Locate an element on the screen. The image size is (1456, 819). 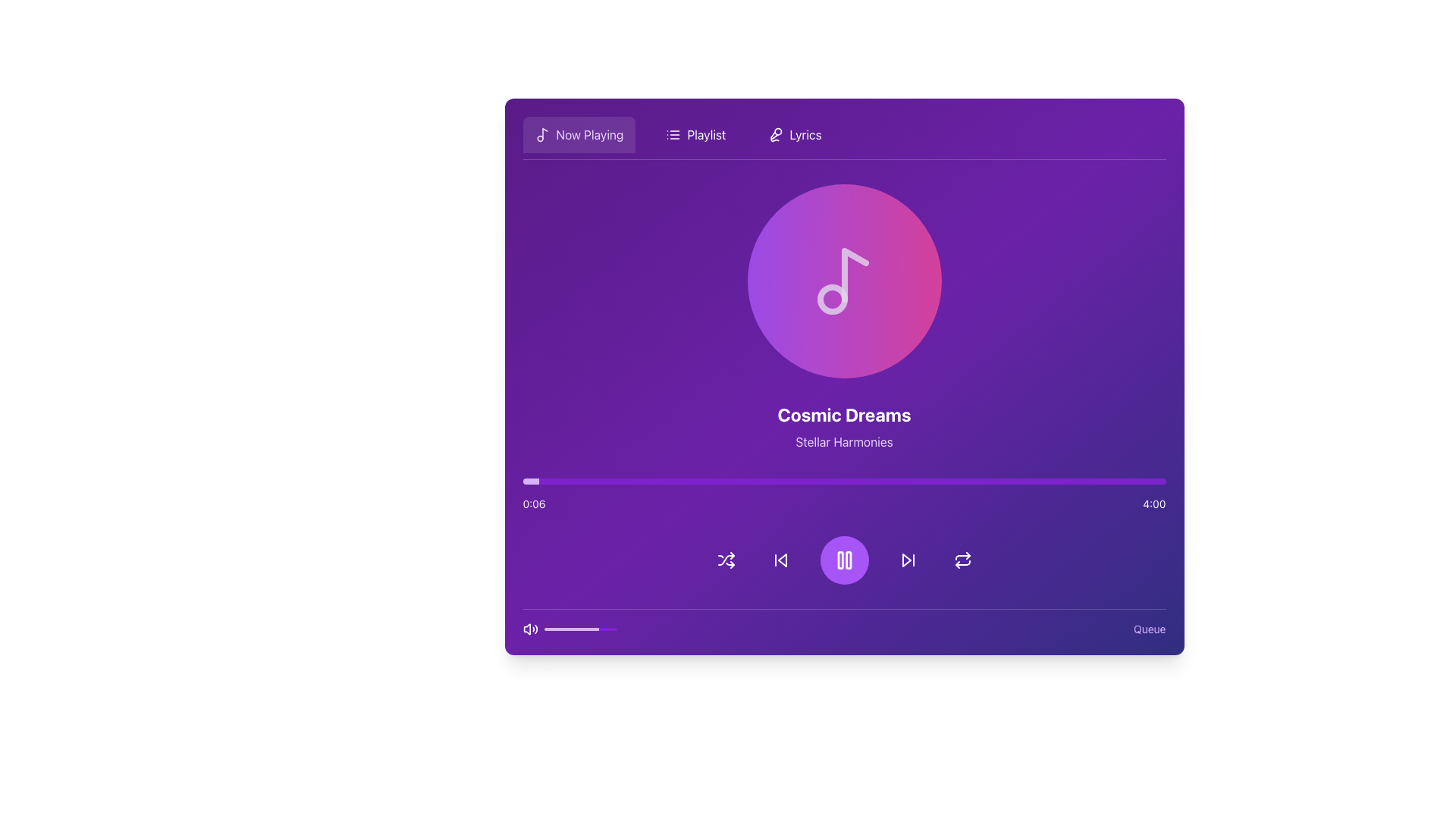
the static display component that shows the track title 'Cosmic Dreams' and subtitle 'Stellar Harmonies', located in the center of a purple rounded-rectangle card layout is located at coordinates (843, 383).